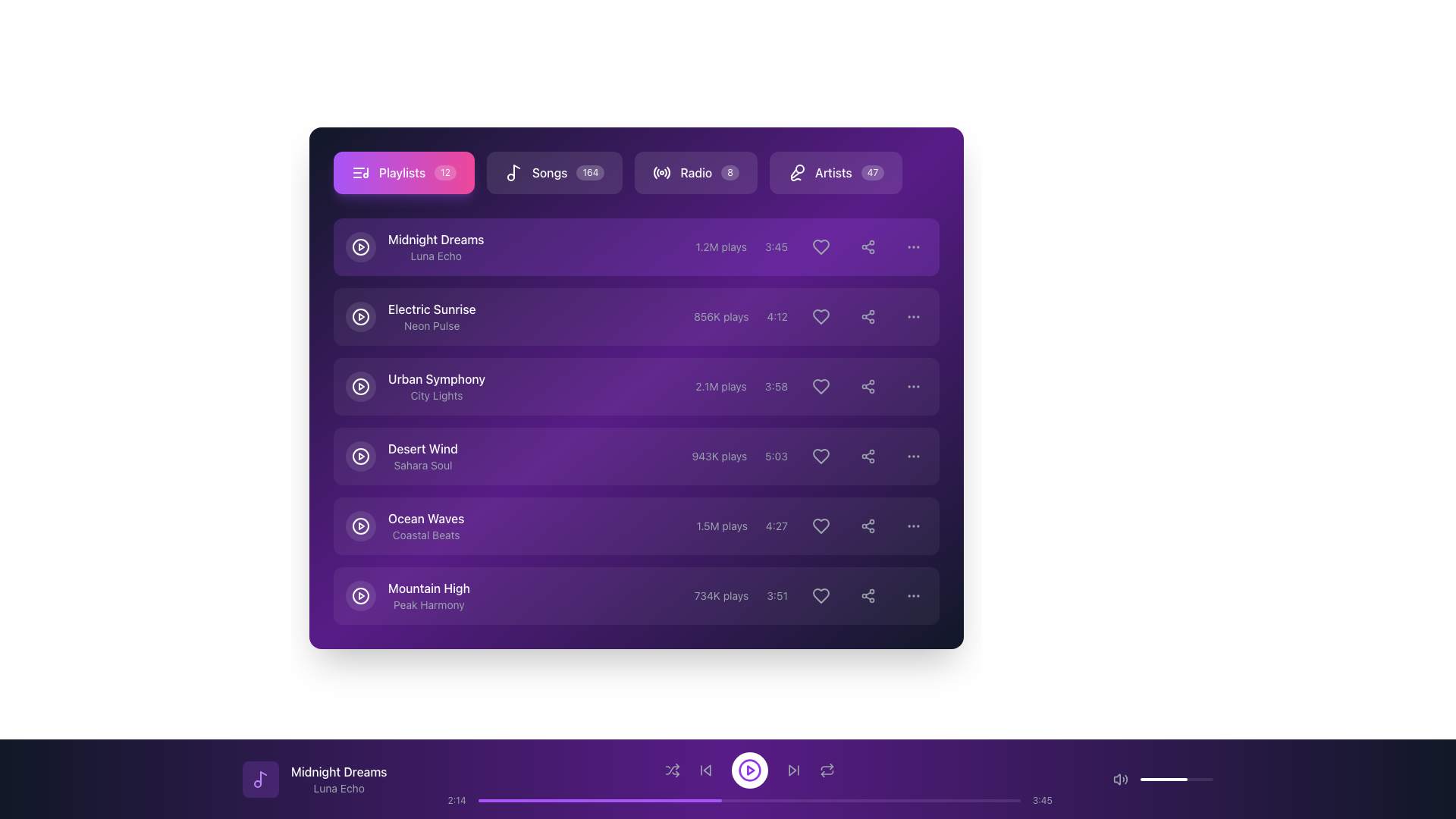  Describe the element at coordinates (777, 526) in the screenshot. I see `the text label displaying the duration of the song track, located in the fifth row of the playlist panel, between the play count text and the heart-shaped icon` at that location.